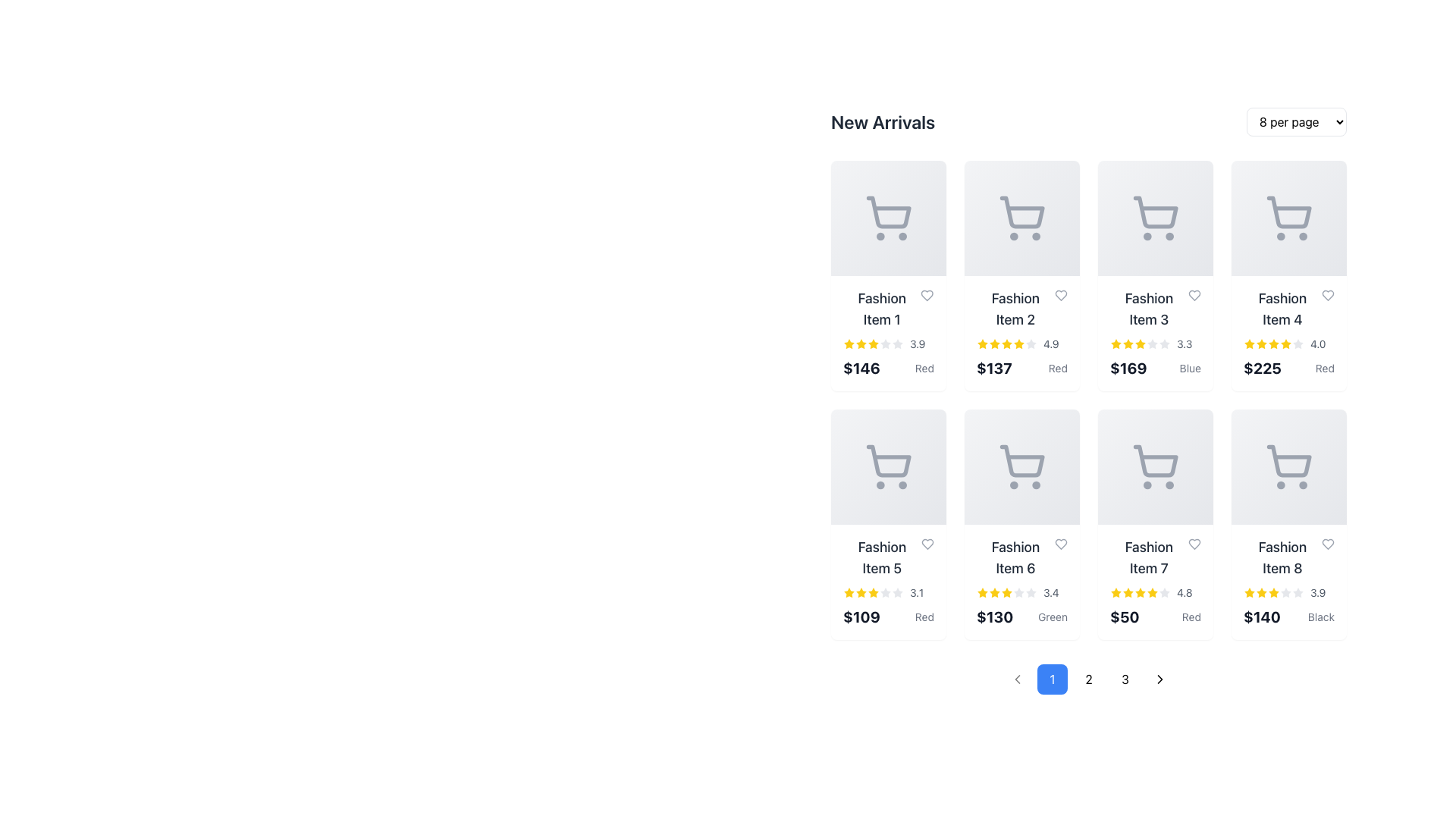 This screenshot has height=819, width=1456. What do you see at coordinates (1262, 592) in the screenshot?
I see `the state of the third rating star from the left in the rating section for 'Fashion Item 8', which visually indicates the item's rating` at bounding box center [1262, 592].